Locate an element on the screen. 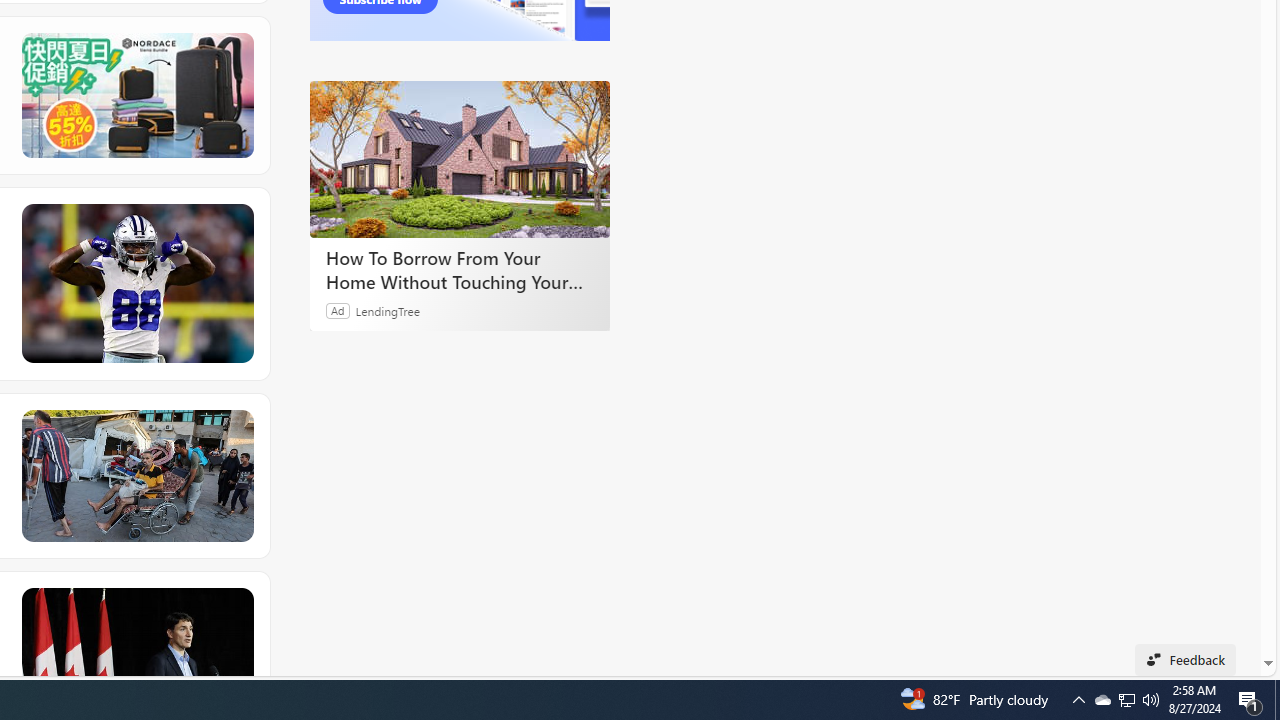  'LendingTree' is located at coordinates (387, 310).